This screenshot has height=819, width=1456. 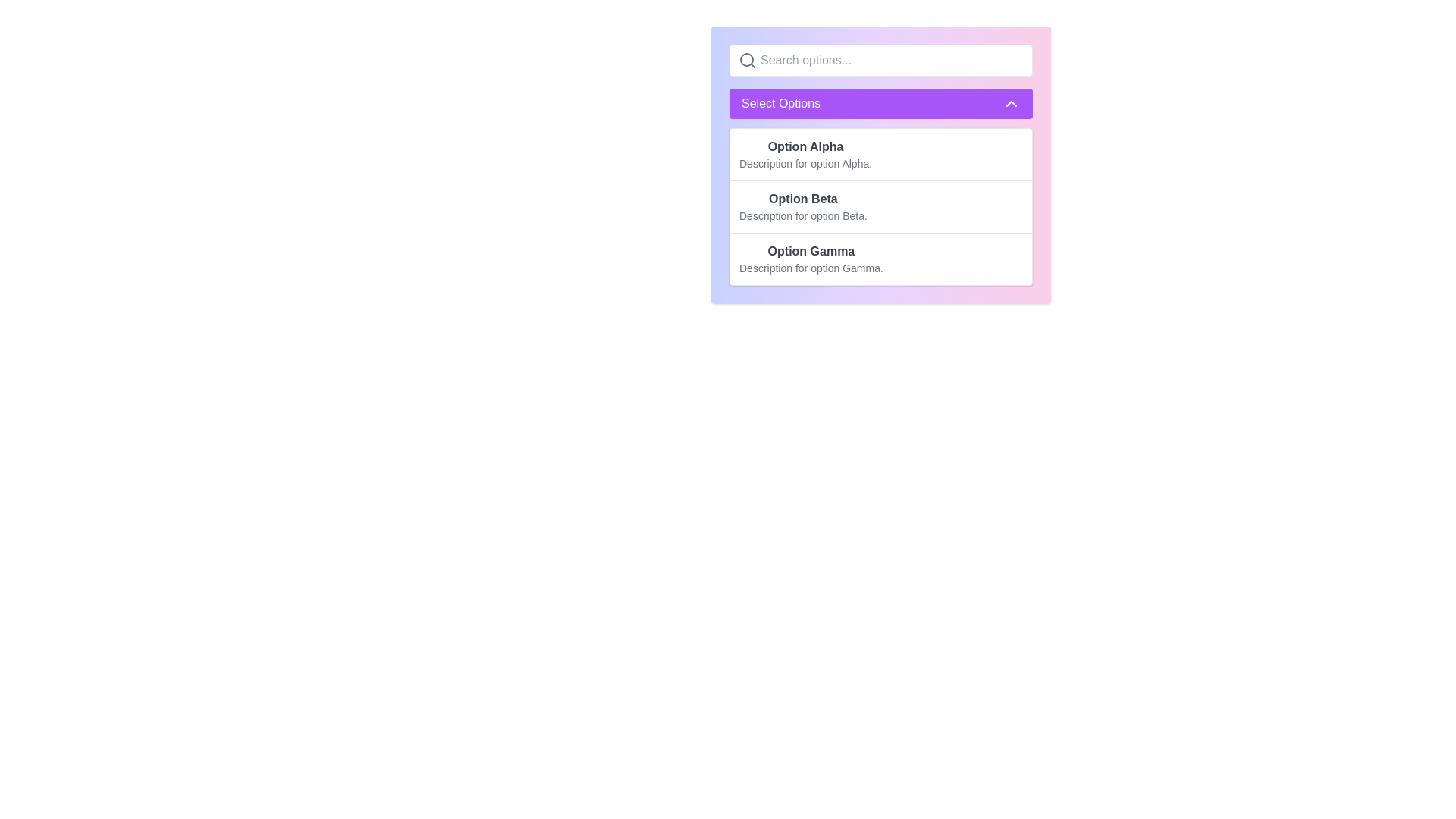 What do you see at coordinates (805, 164) in the screenshot?
I see `the text label displaying 'Description for option Alpha.' which is located beneath the header 'Option Alpha.'` at bounding box center [805, 164].